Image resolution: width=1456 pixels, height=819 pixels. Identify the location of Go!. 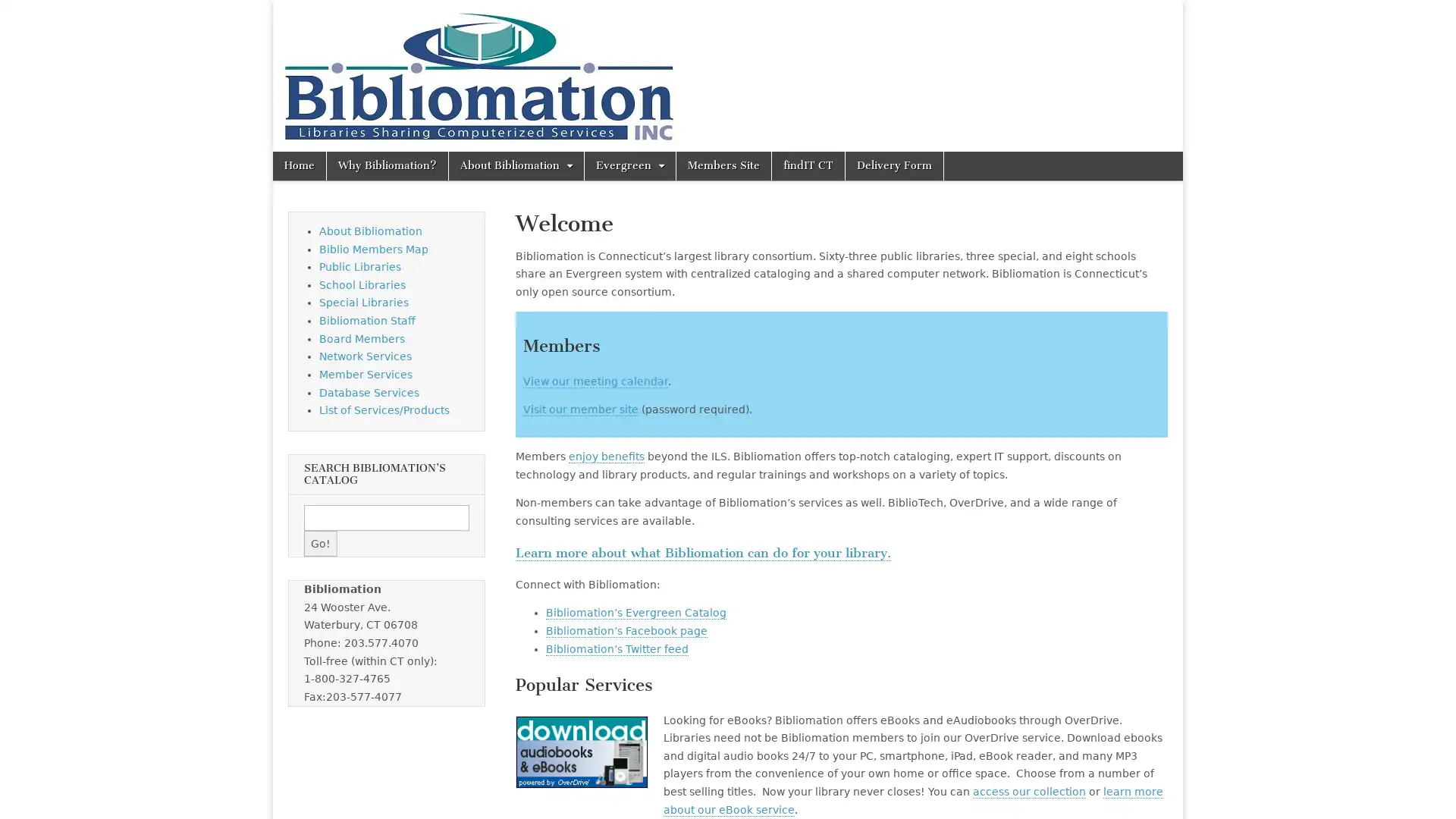
(319, 543).